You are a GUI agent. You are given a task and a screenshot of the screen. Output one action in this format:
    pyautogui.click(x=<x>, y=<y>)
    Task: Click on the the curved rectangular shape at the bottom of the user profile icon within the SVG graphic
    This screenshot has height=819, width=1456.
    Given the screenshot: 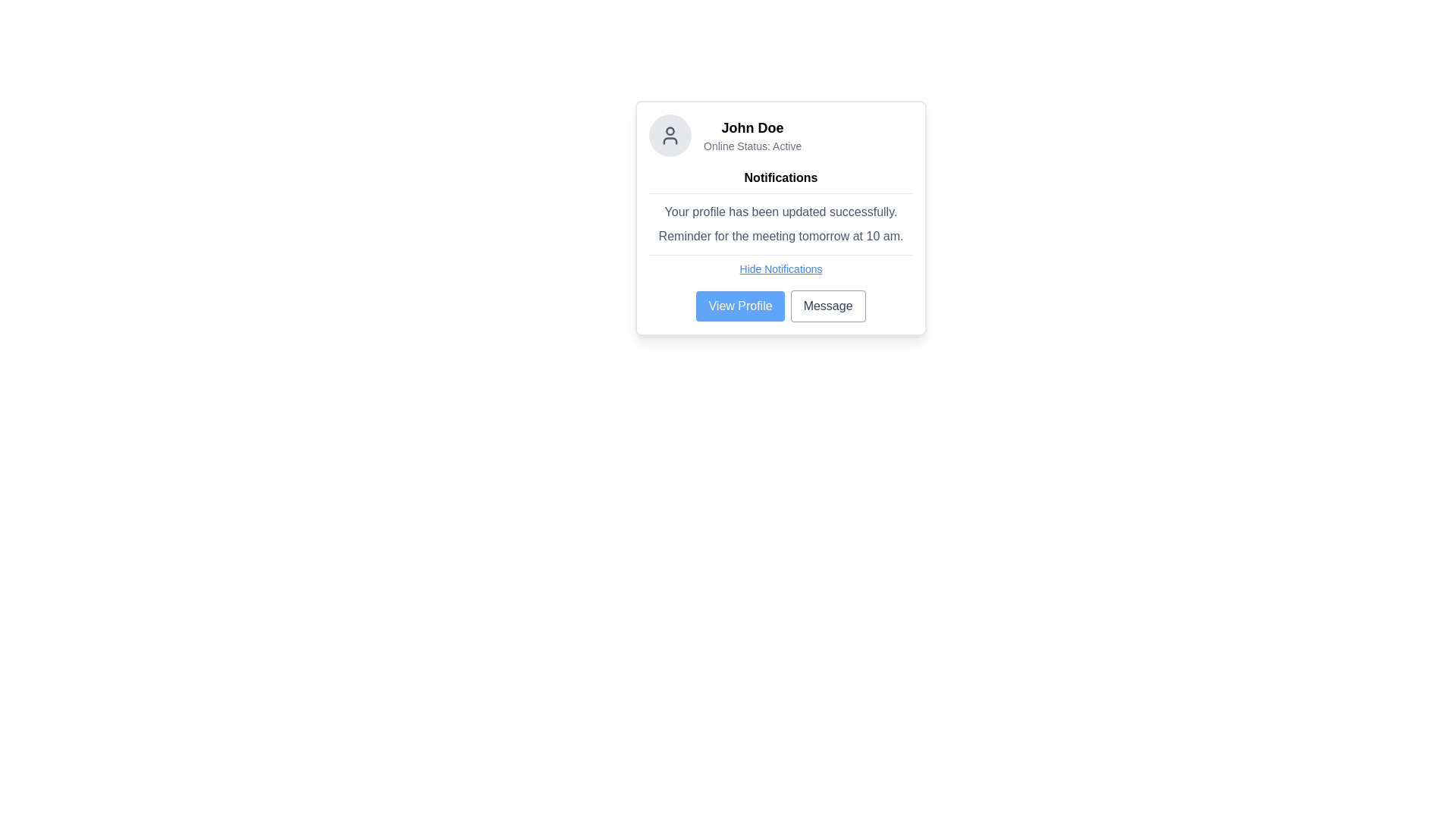 What is the action you would take?
    pyautogui.click(x=669, y=140)
    